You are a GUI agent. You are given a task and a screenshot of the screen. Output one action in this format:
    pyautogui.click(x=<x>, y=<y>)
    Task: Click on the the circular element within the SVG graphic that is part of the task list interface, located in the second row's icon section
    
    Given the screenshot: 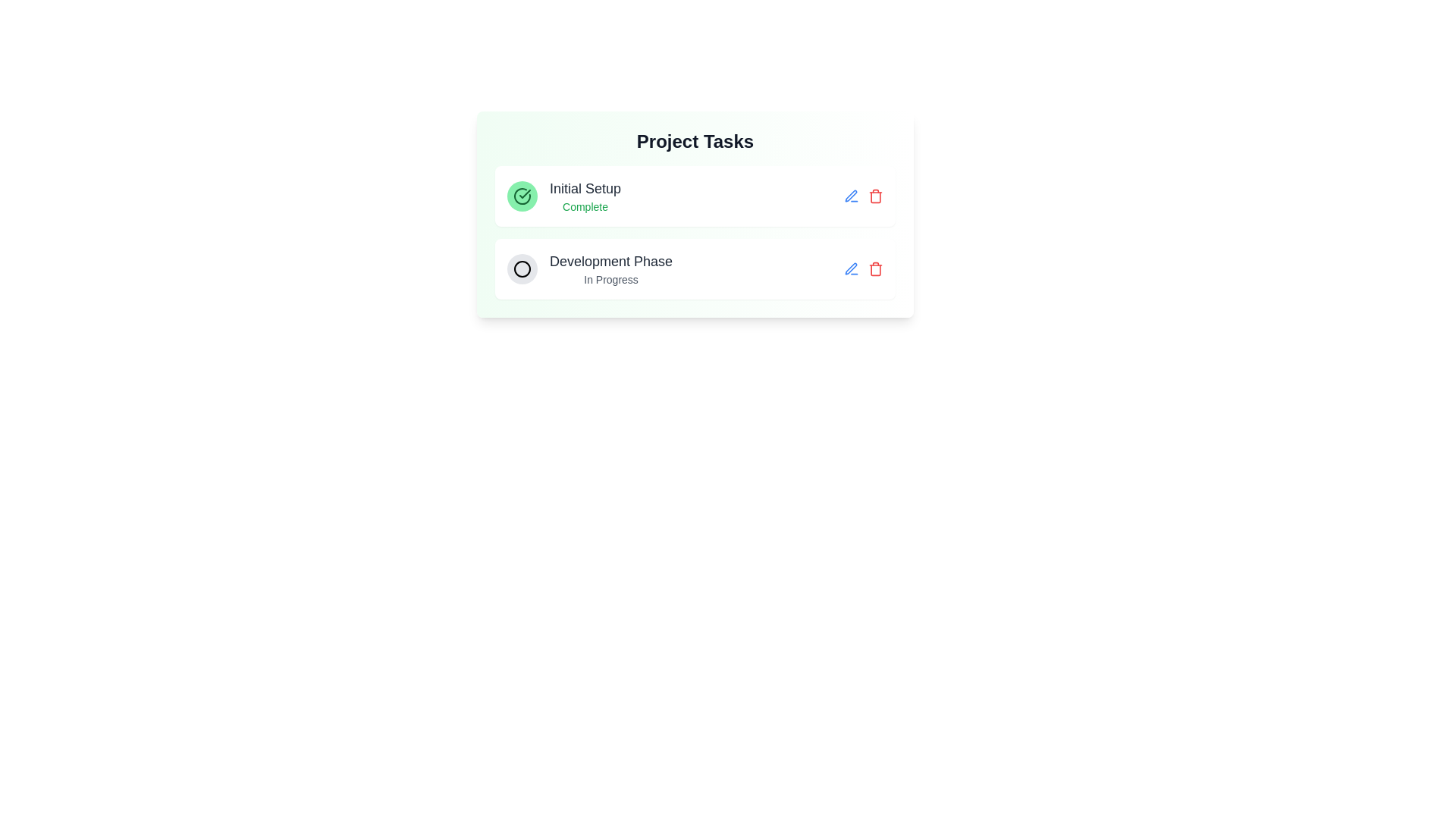 What is the action you would take?
    pyautogui.click(x=522, y=268)
    